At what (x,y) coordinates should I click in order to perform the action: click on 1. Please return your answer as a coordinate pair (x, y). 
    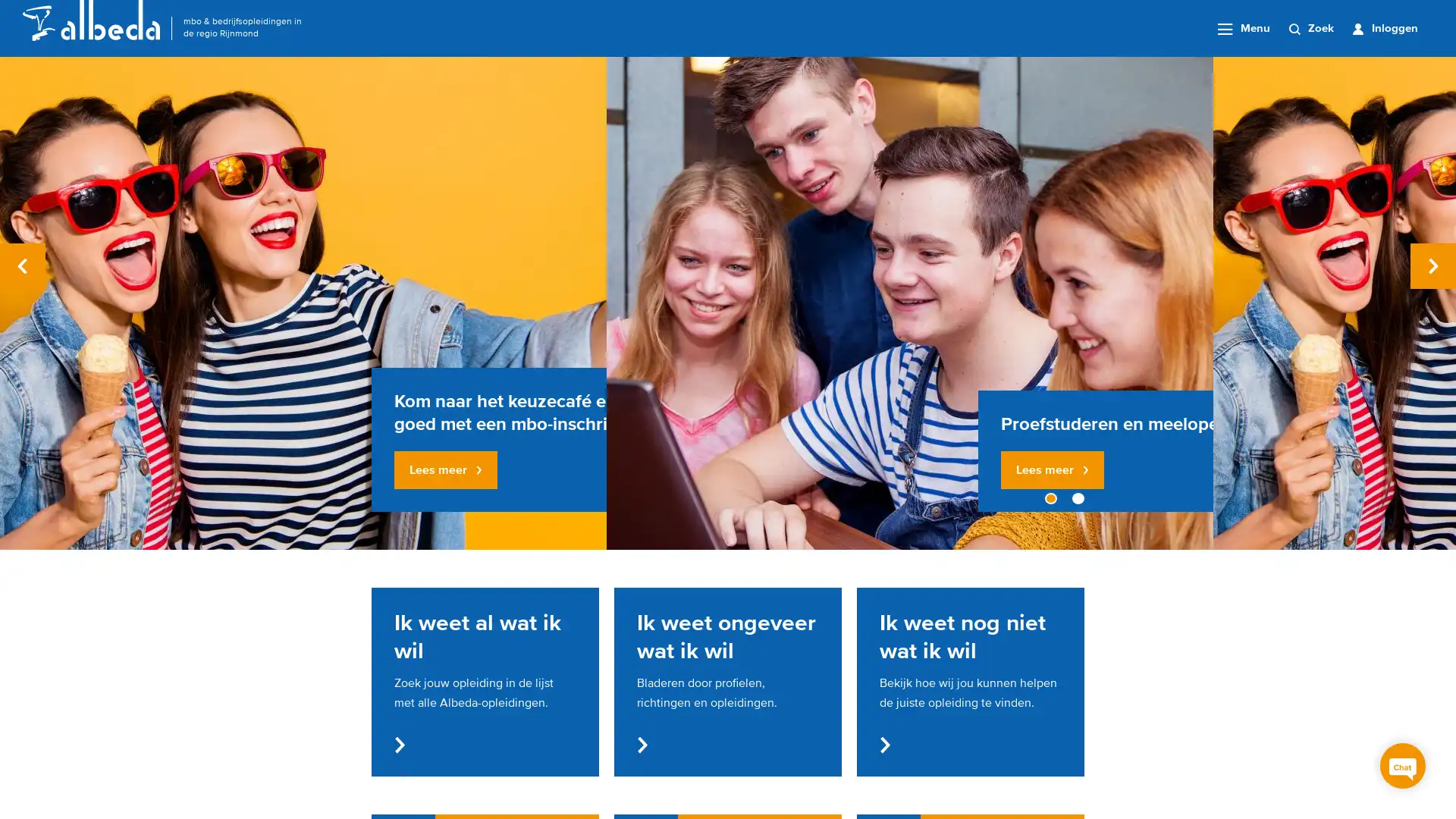
    Looking at the image, I should click on (1050, 498).